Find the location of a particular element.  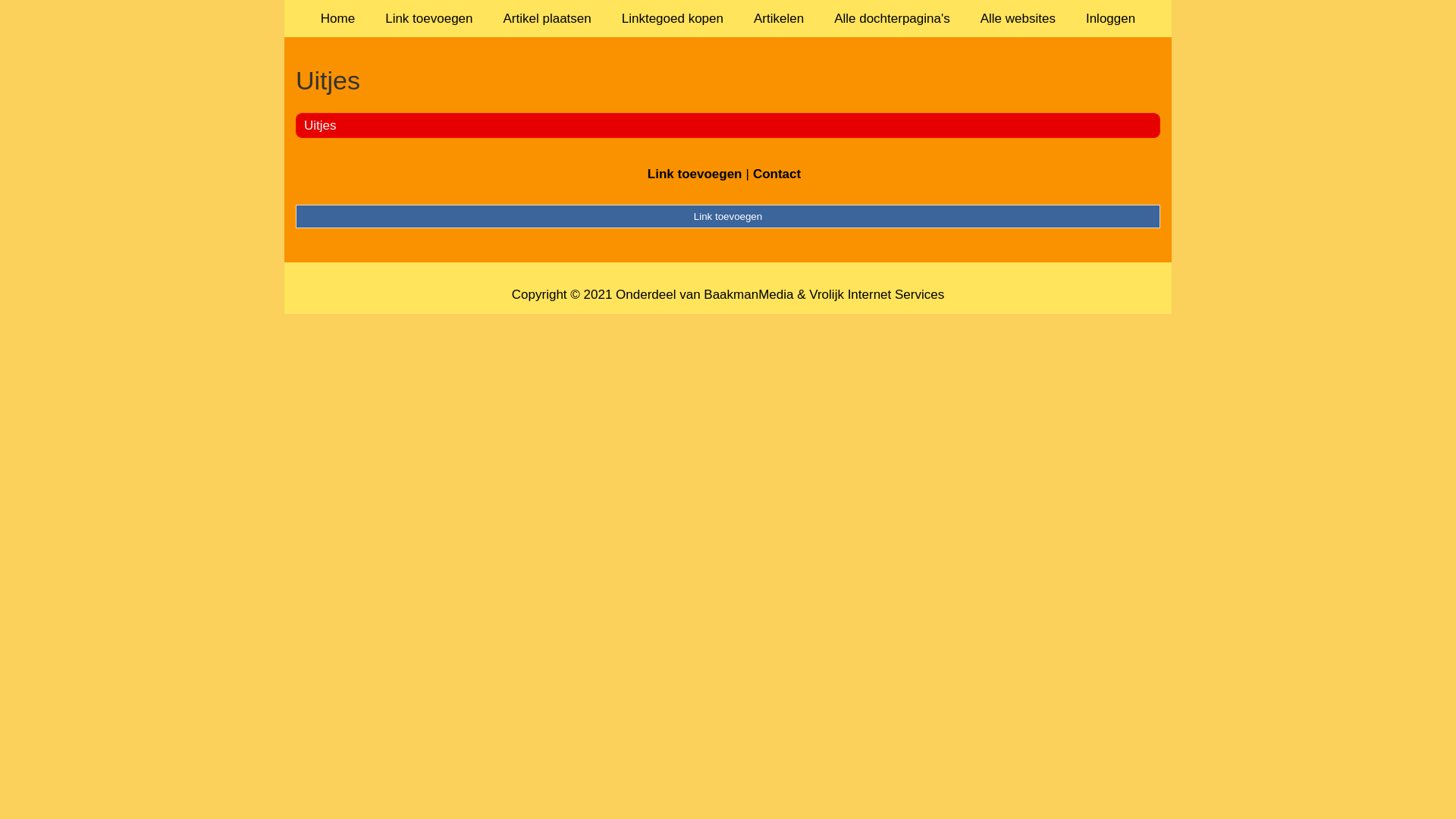

'Contact' is located at coordinates (777, 173).